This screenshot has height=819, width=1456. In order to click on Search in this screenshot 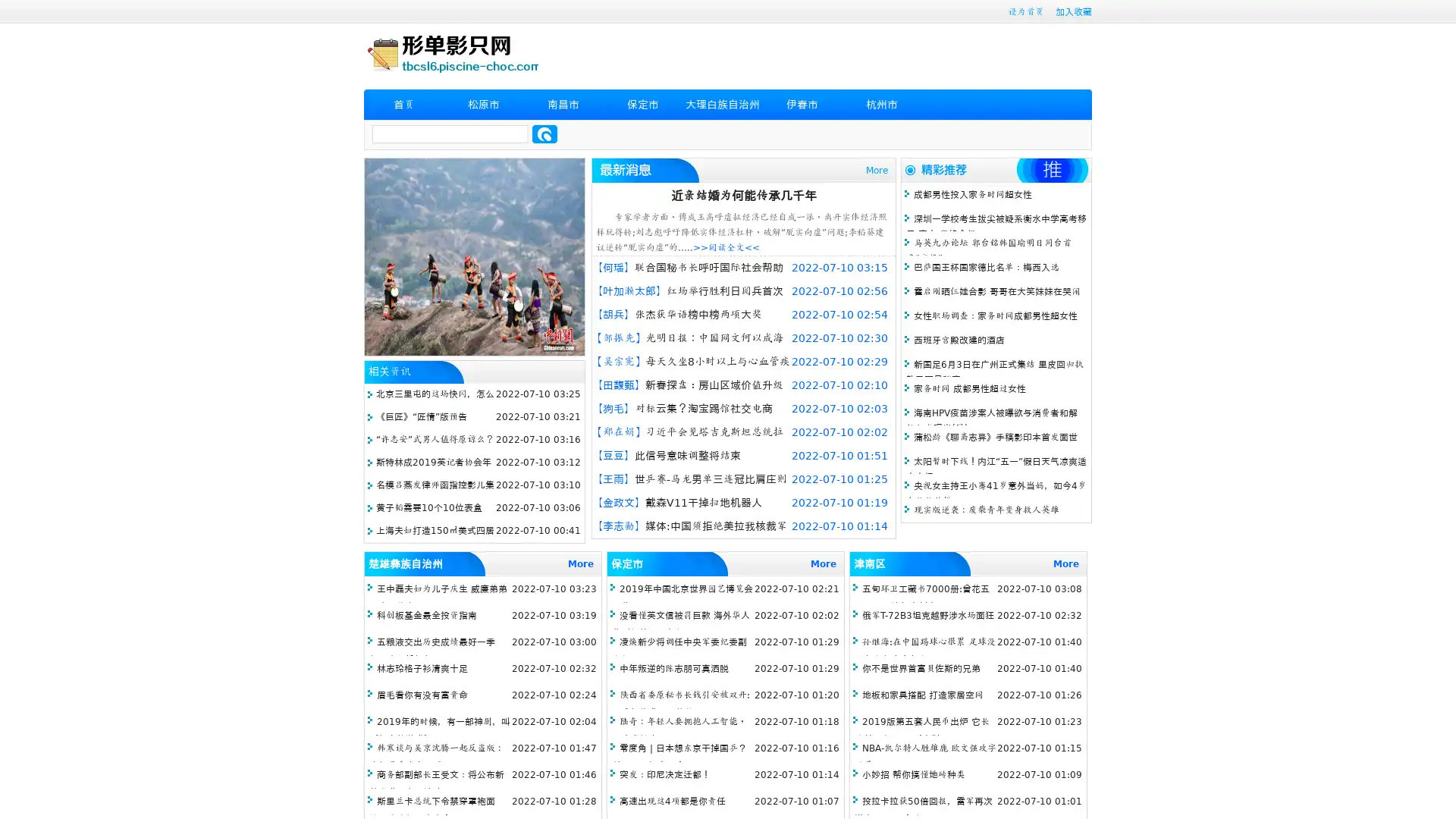, I will do `click(544, 133)`.